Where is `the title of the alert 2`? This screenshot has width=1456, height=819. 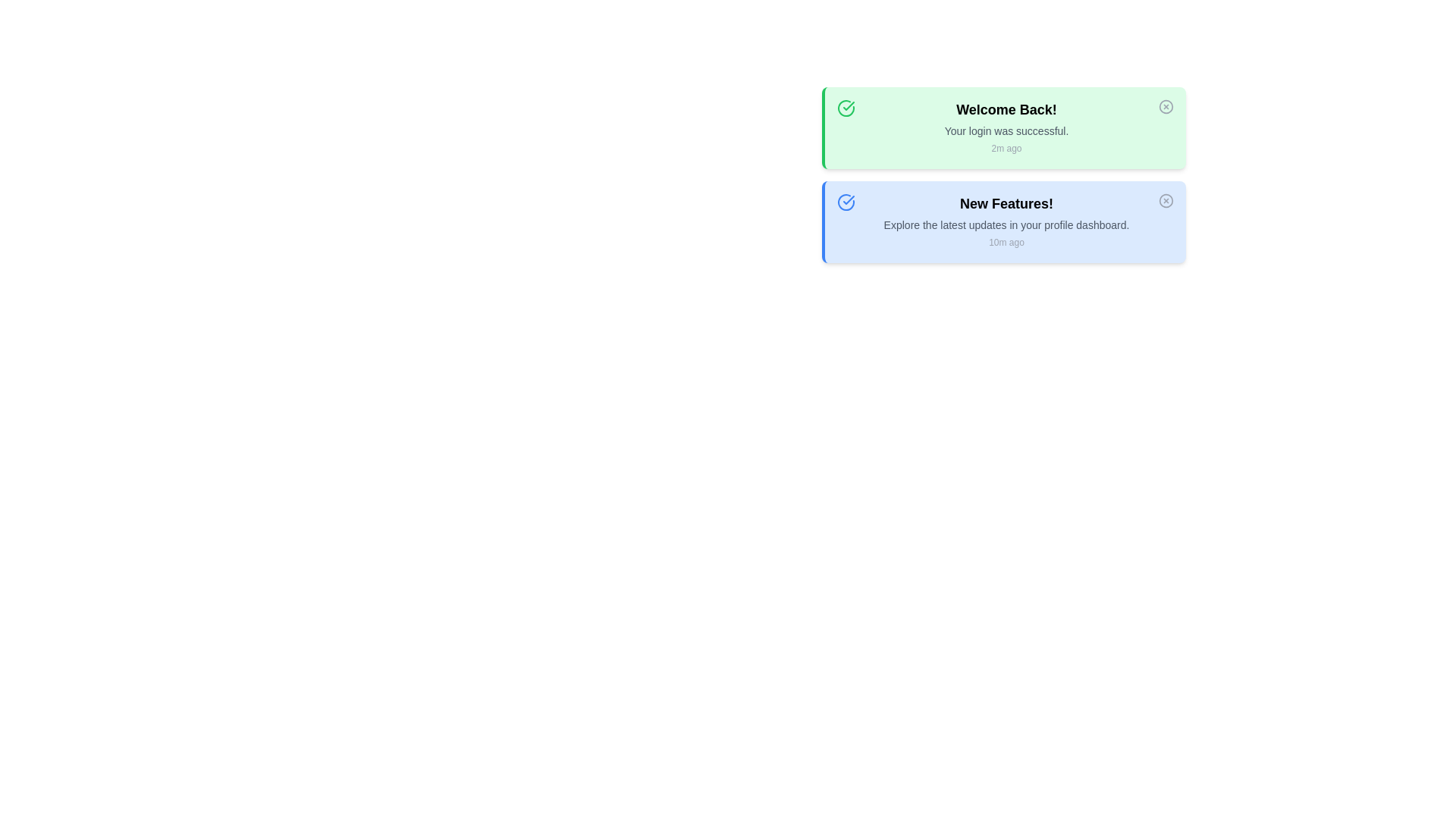
the title of the alert 2 is located at coordinates (1006, 203).